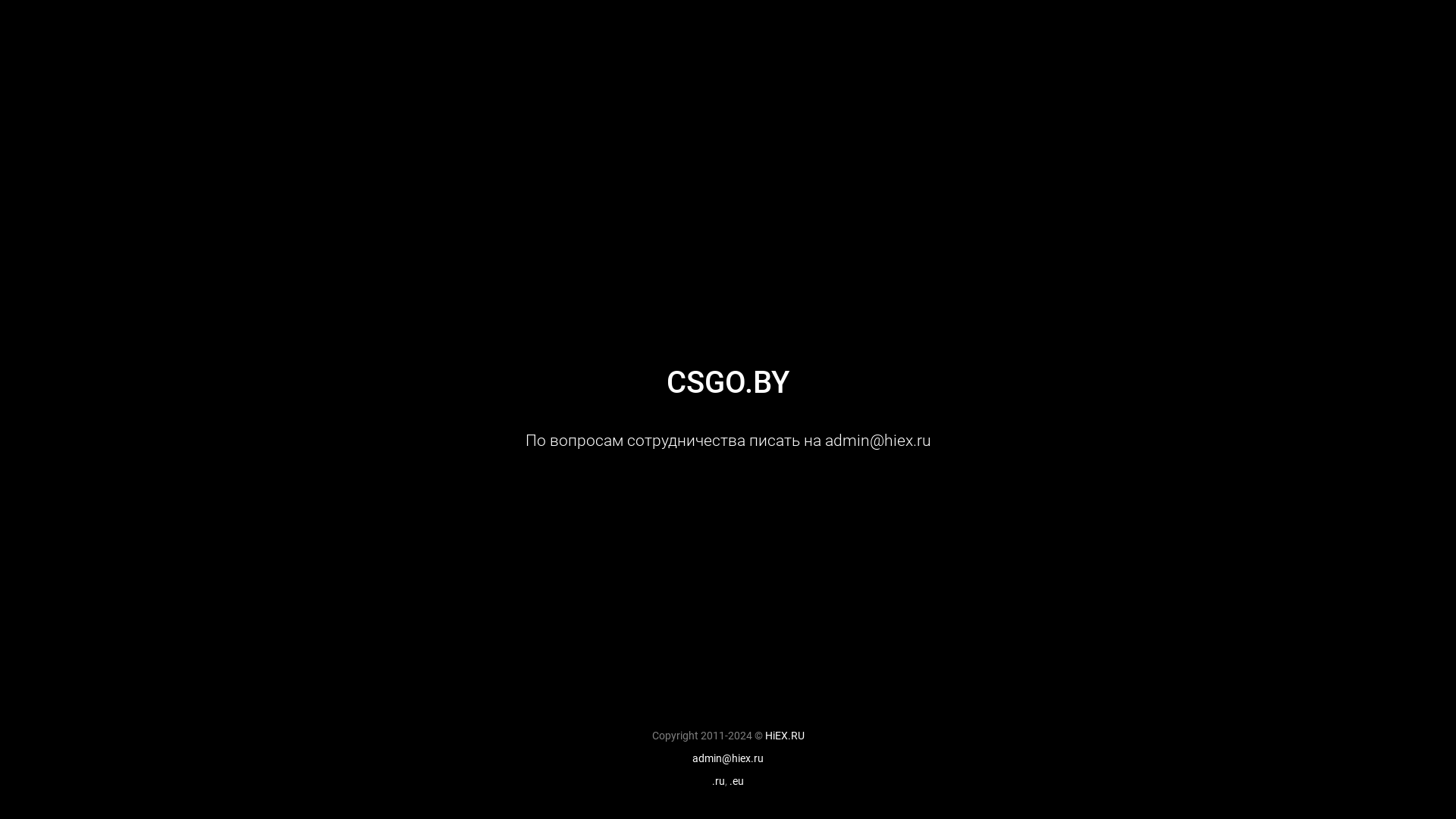 Image resolution: width=1456 pixels, height=819 pixels. I want to click on '.eu', so click(736, 780).